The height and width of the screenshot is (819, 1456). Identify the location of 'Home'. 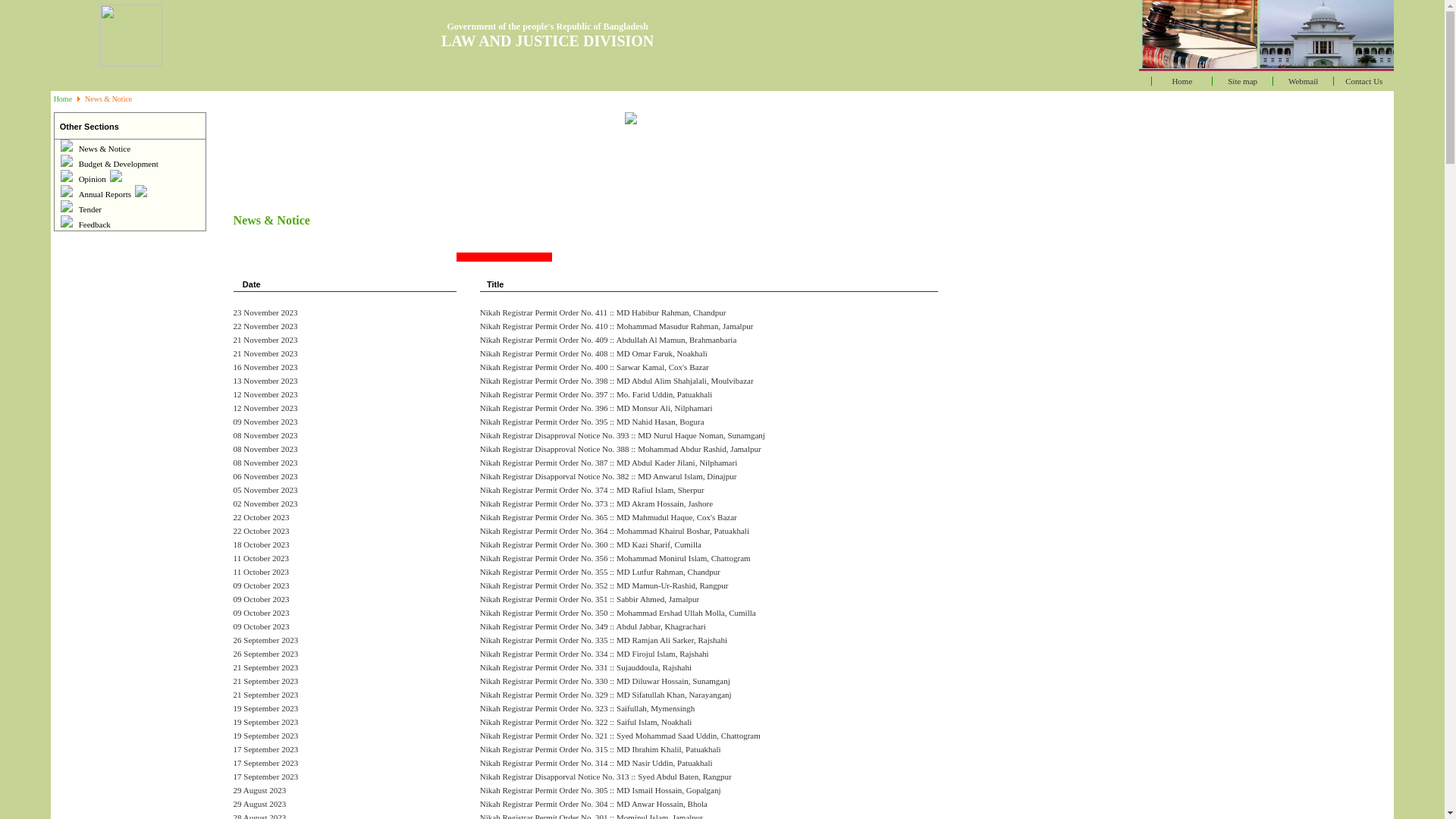
(54, 99).